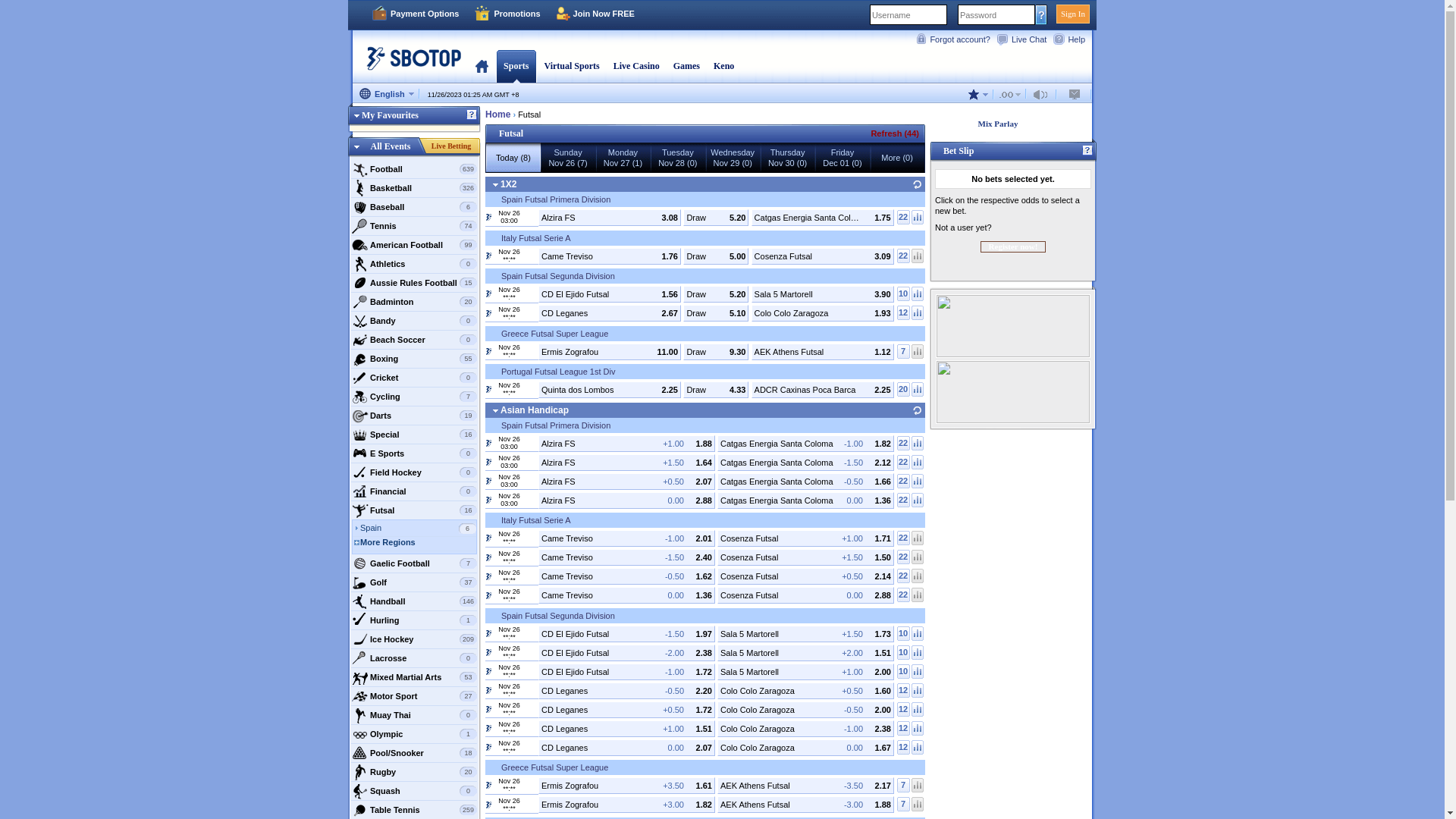 The height and width of the screenshot is (819, 1456). What do you see at coordinates (414, 752) in the screenshot?
I see `'Pool/Snooker` at bounding box center [414, 752].